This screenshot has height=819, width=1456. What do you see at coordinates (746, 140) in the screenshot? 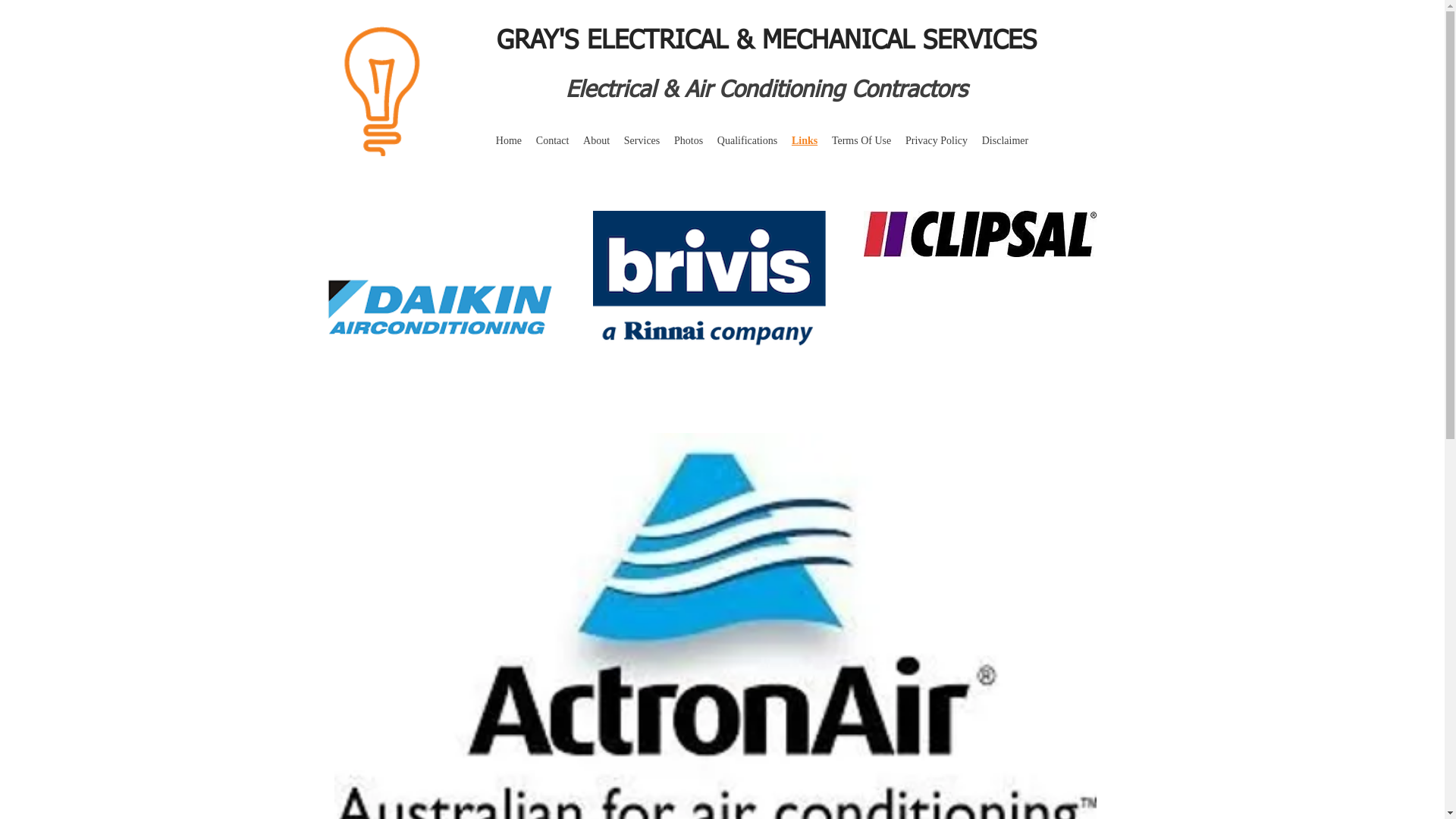
I see `'Qualifications'` at bounding box center [746, 140].